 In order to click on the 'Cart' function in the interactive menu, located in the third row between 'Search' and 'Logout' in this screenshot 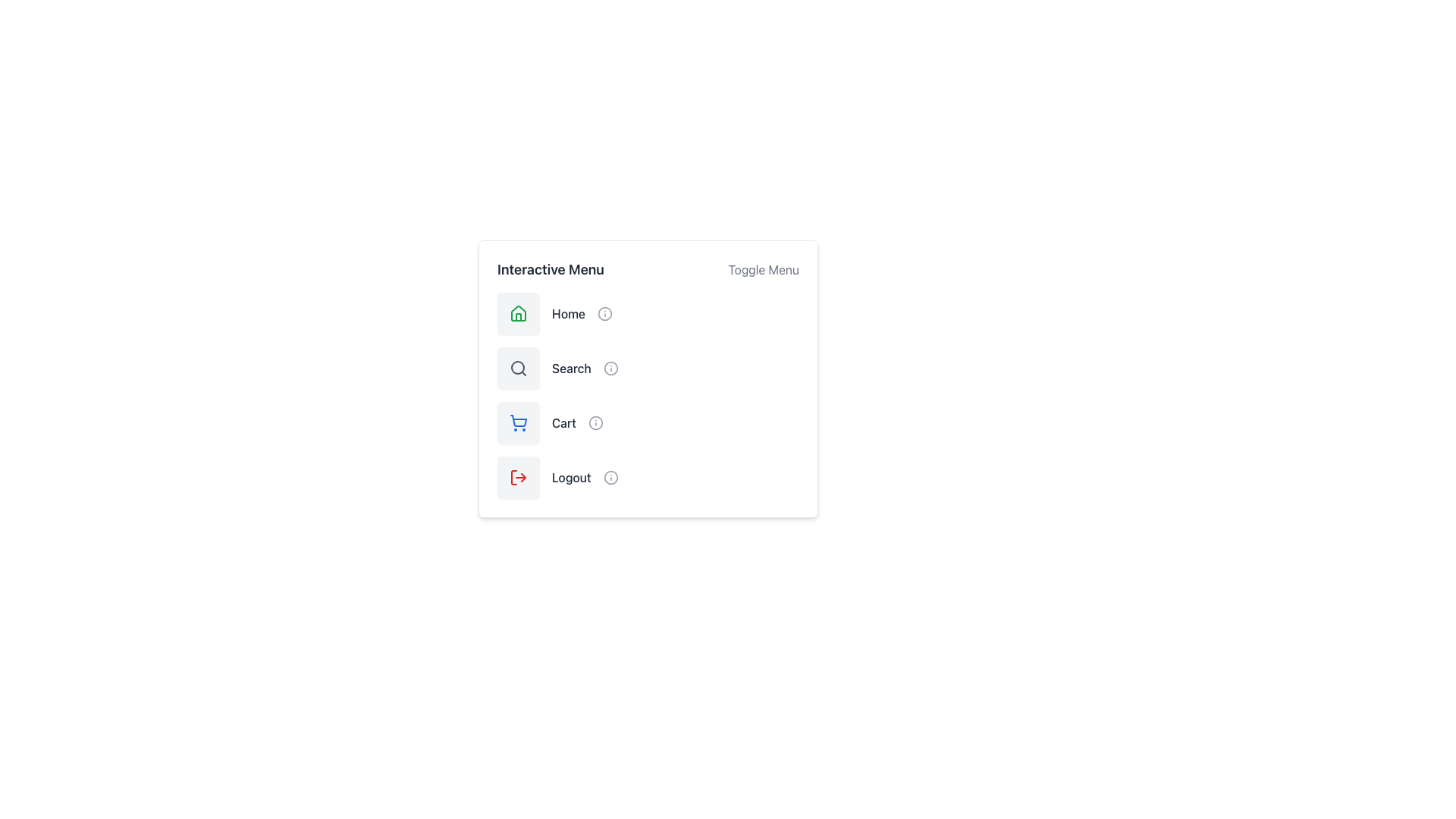, I will do `click(519, 423)`.